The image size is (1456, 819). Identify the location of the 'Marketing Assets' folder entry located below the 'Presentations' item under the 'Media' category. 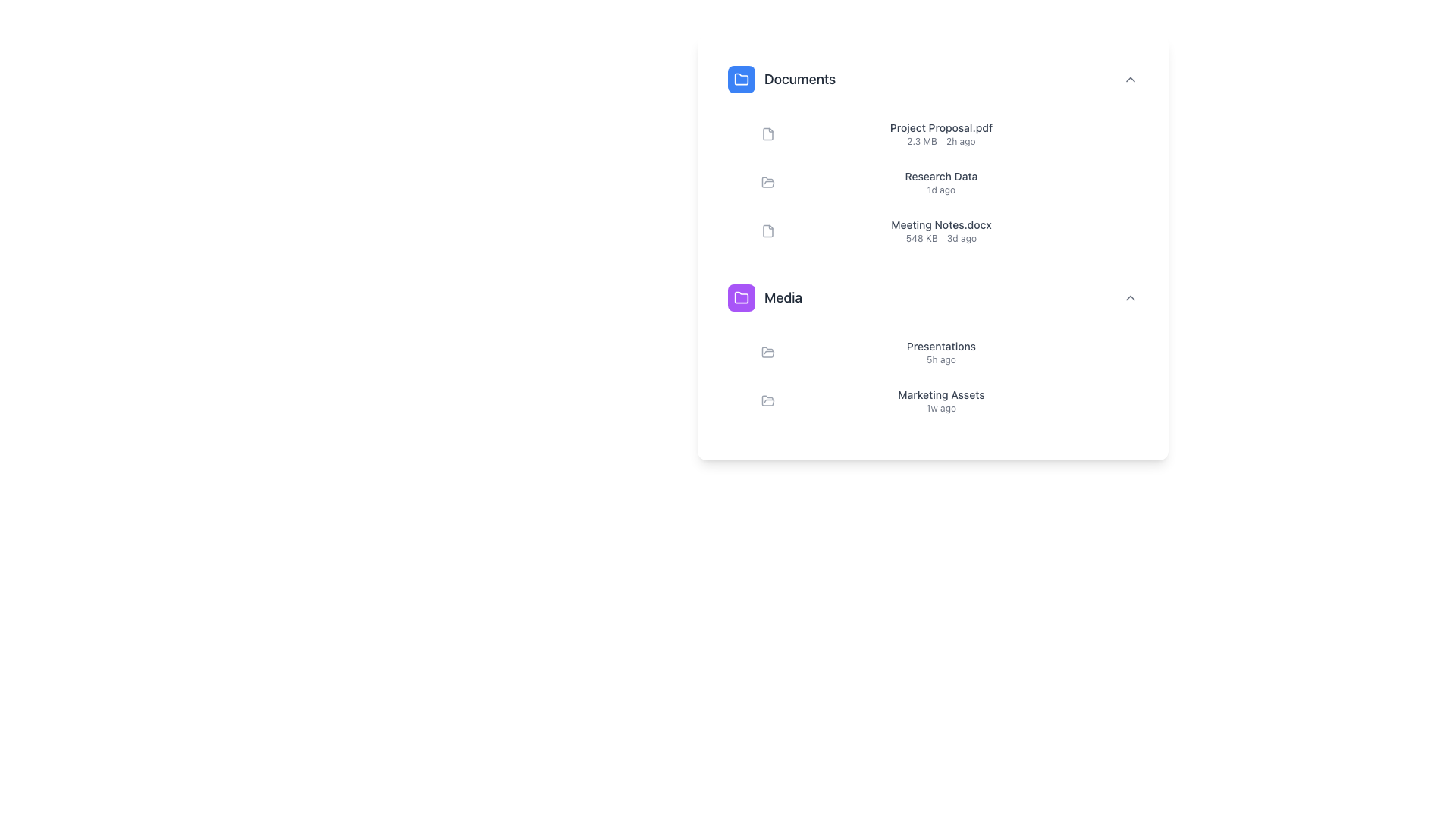
(940, 400).